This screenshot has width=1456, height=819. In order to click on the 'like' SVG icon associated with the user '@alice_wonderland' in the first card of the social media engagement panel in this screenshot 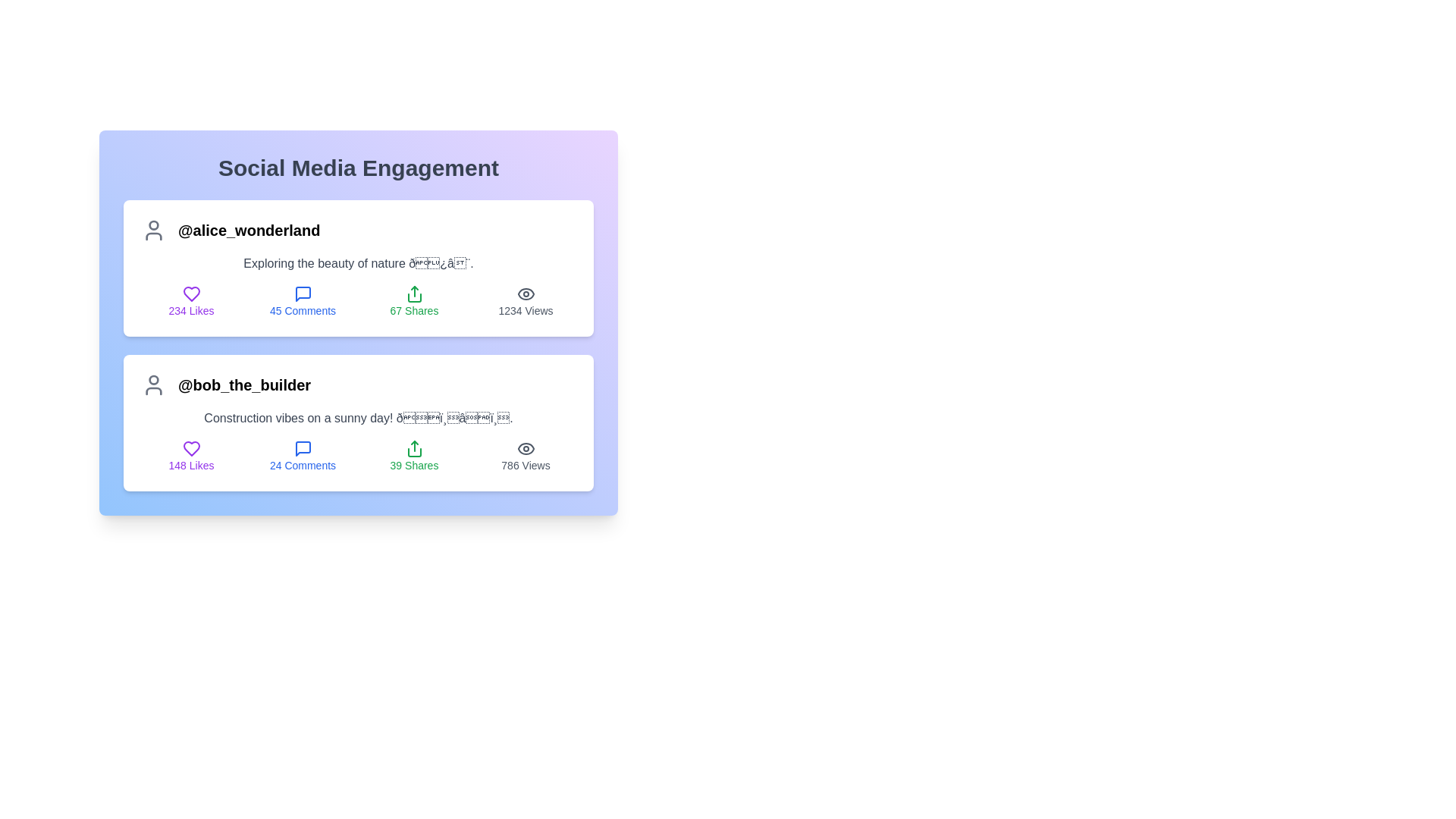, I will do `click(190, 294)`.